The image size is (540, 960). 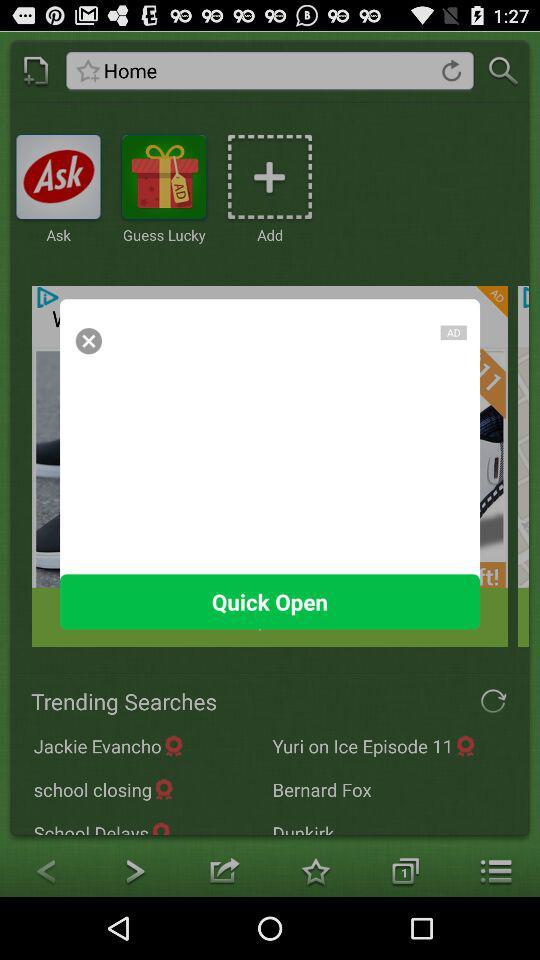 What do you see at coordinates (87, 363) in the screenshot?
I see `the close icon` at bounding box center [87, 363].